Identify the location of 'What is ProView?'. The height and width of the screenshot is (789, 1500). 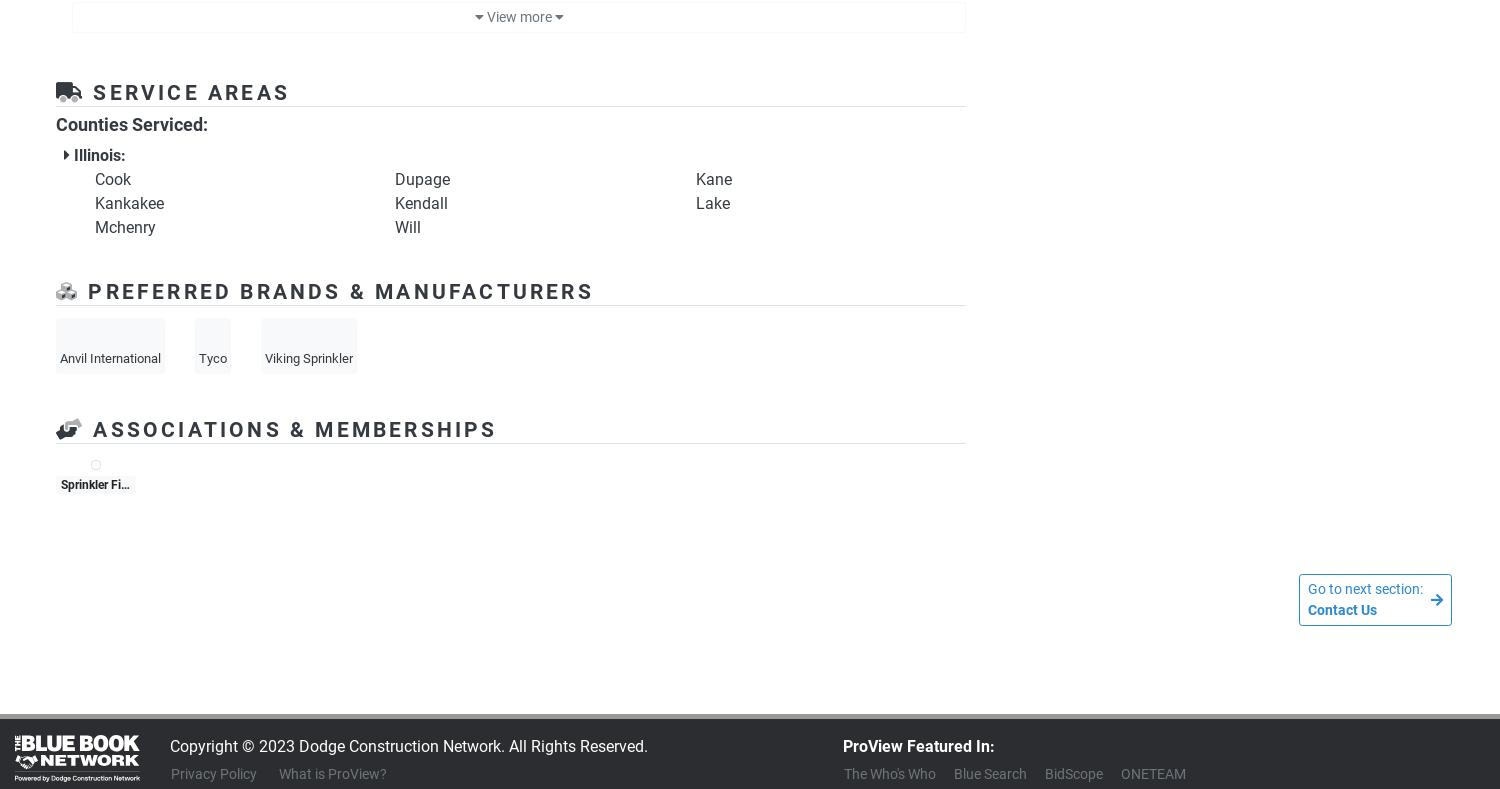
(332, 774).